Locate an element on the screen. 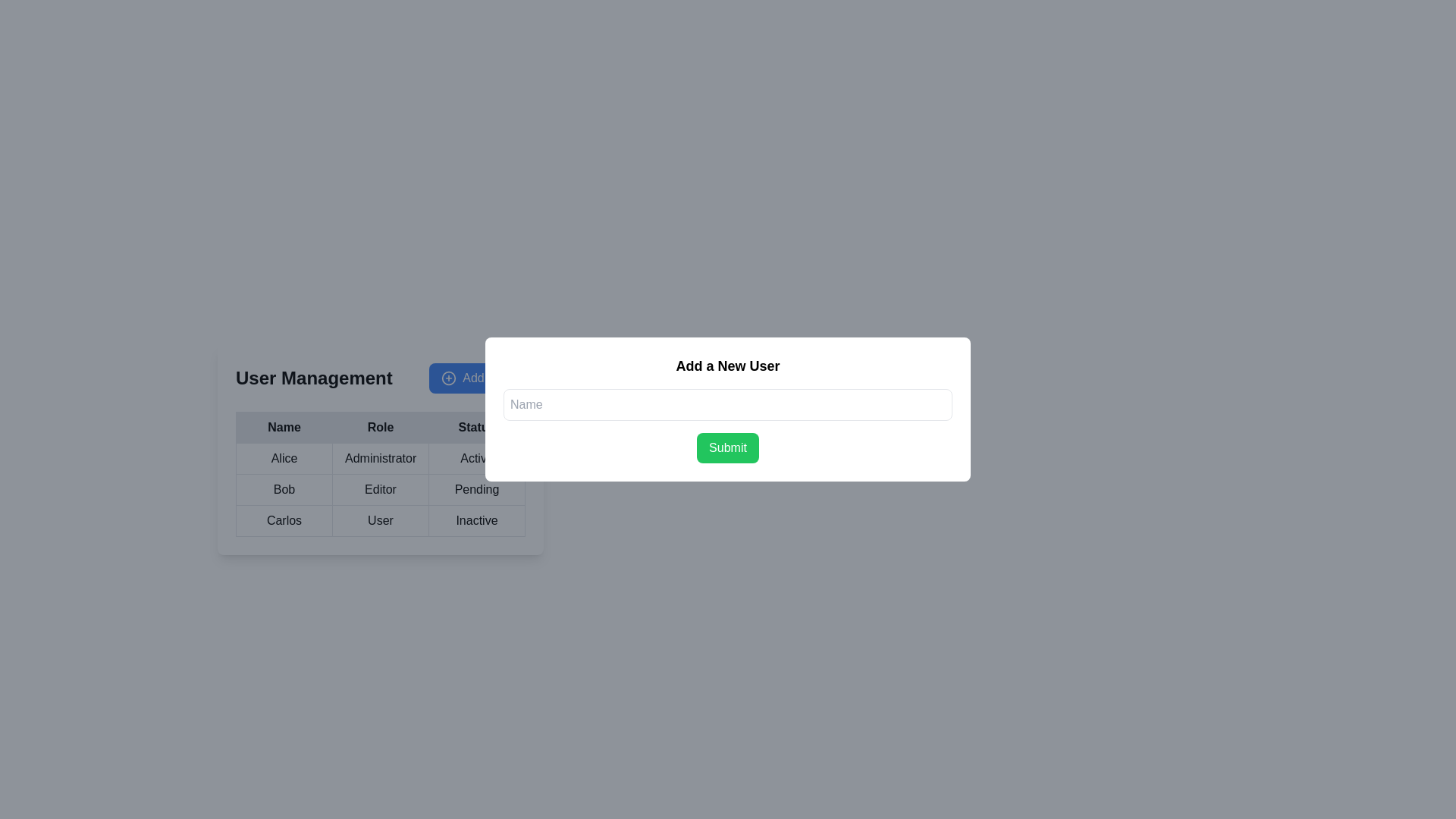 This screenshot has width=1456, height=819. the static text element that indicates the user role 'Editor' for the row containing 'Bob' in the 'Name' column and 'Pending' in the 'Status' column is located at coordinates (381, 489).